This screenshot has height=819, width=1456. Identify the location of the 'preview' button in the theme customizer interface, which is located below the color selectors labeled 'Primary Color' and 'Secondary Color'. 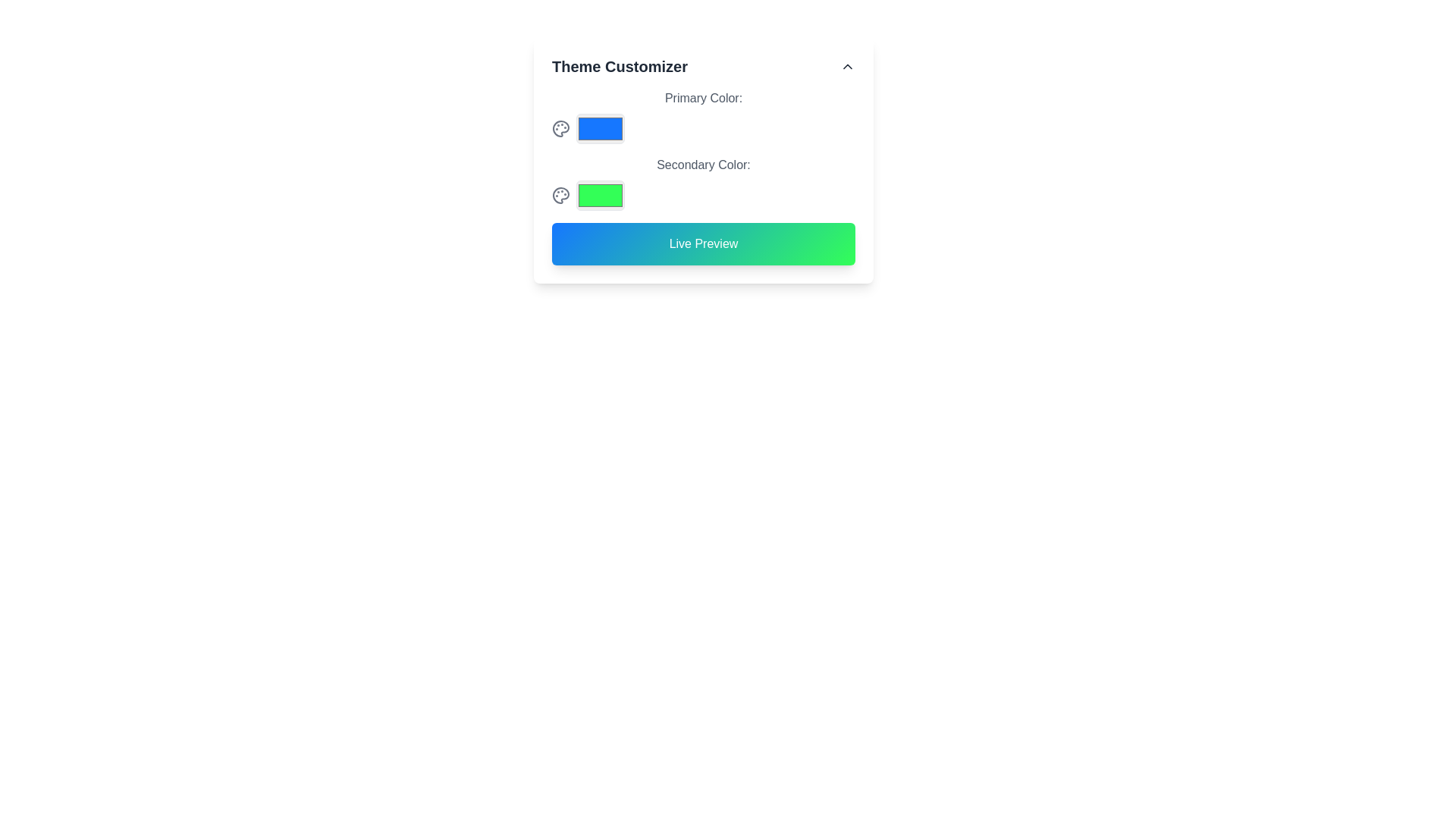
(702, 243).